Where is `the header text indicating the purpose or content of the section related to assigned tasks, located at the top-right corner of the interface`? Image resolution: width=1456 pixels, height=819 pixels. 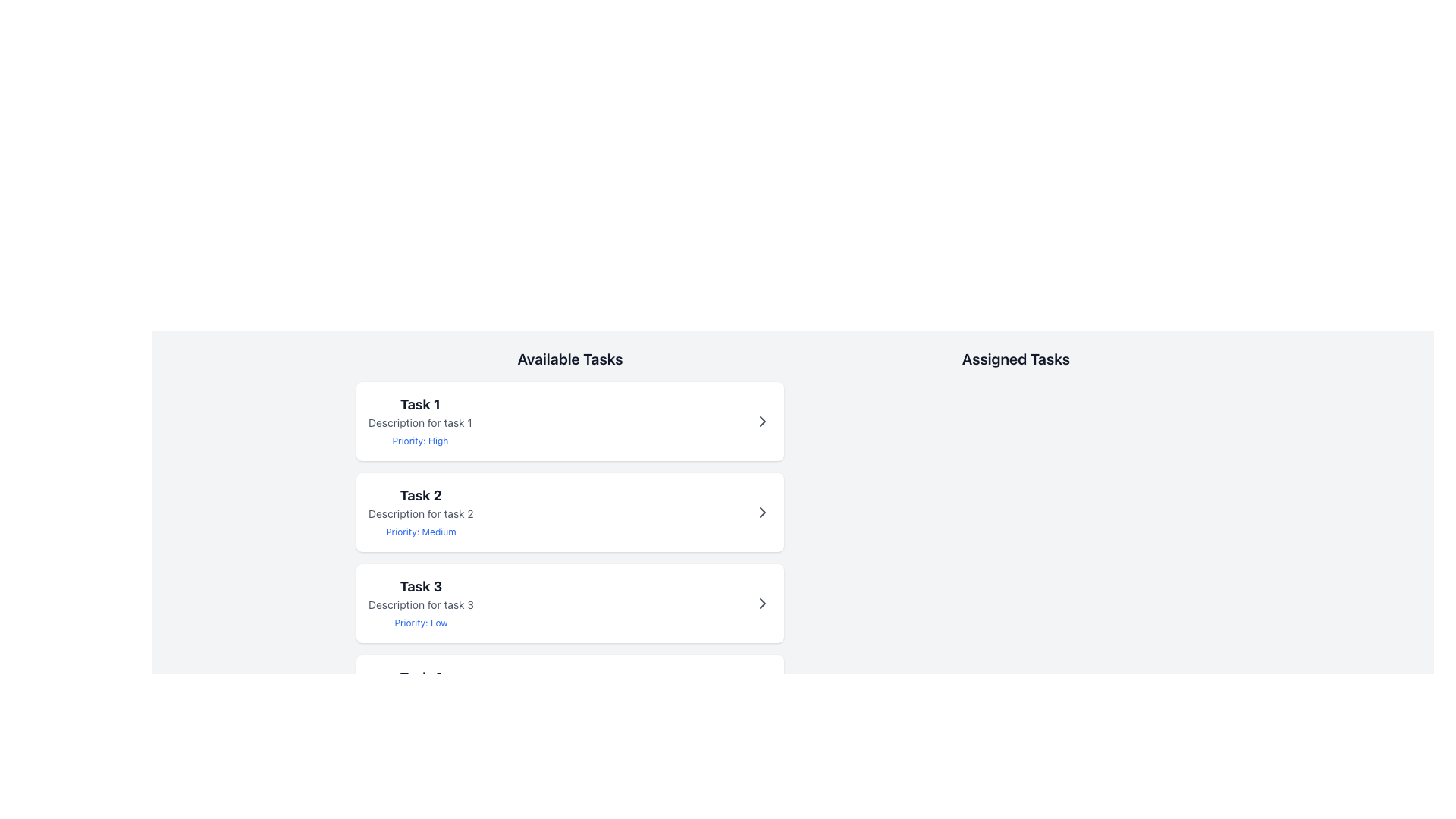 the header text indicating the purpose or content of the section related to assigned tasks, located at the top-right corner of the interface is located at coordinates (1015, 359).